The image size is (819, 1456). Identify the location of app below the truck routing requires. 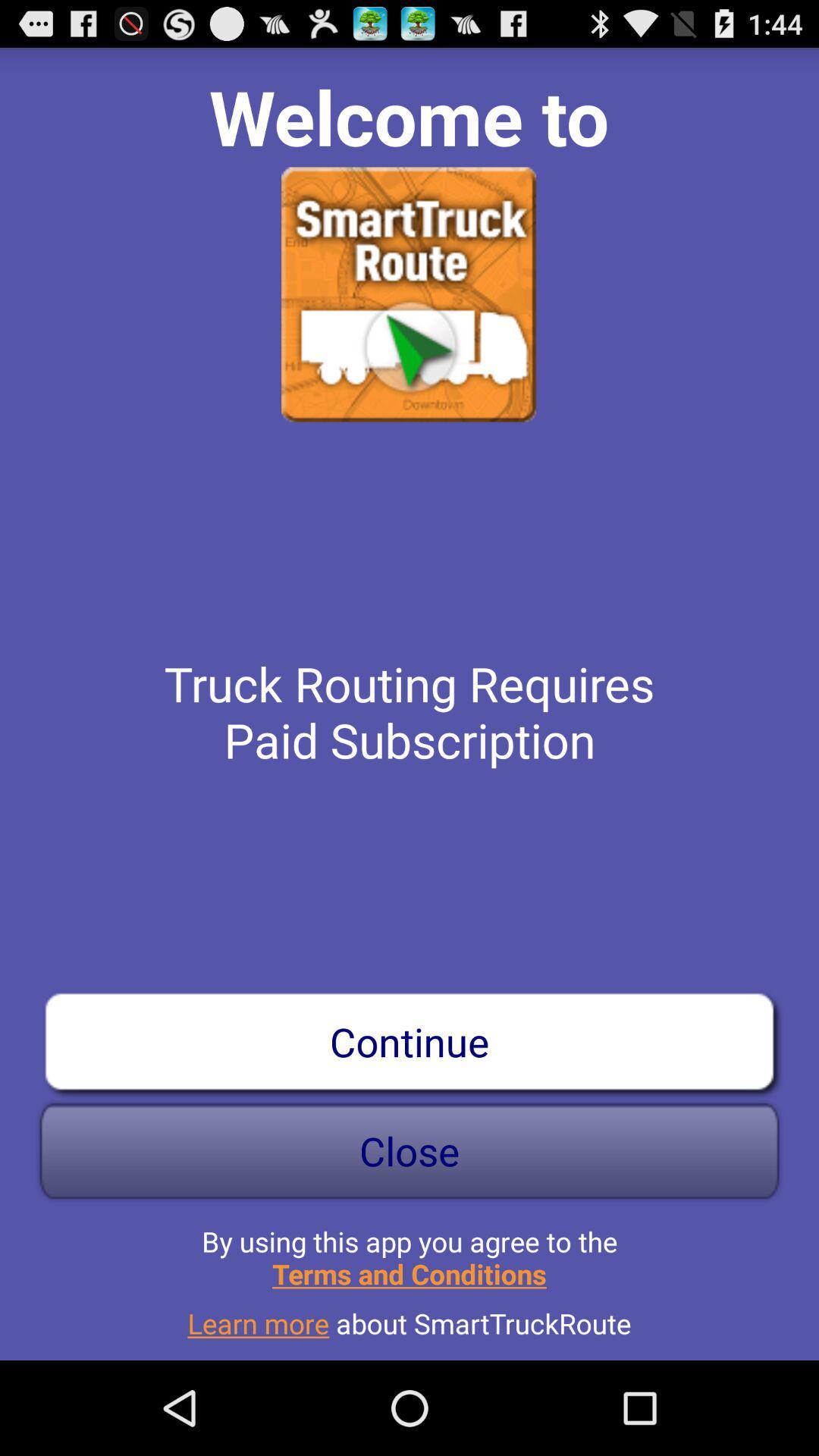
(409, 1040).